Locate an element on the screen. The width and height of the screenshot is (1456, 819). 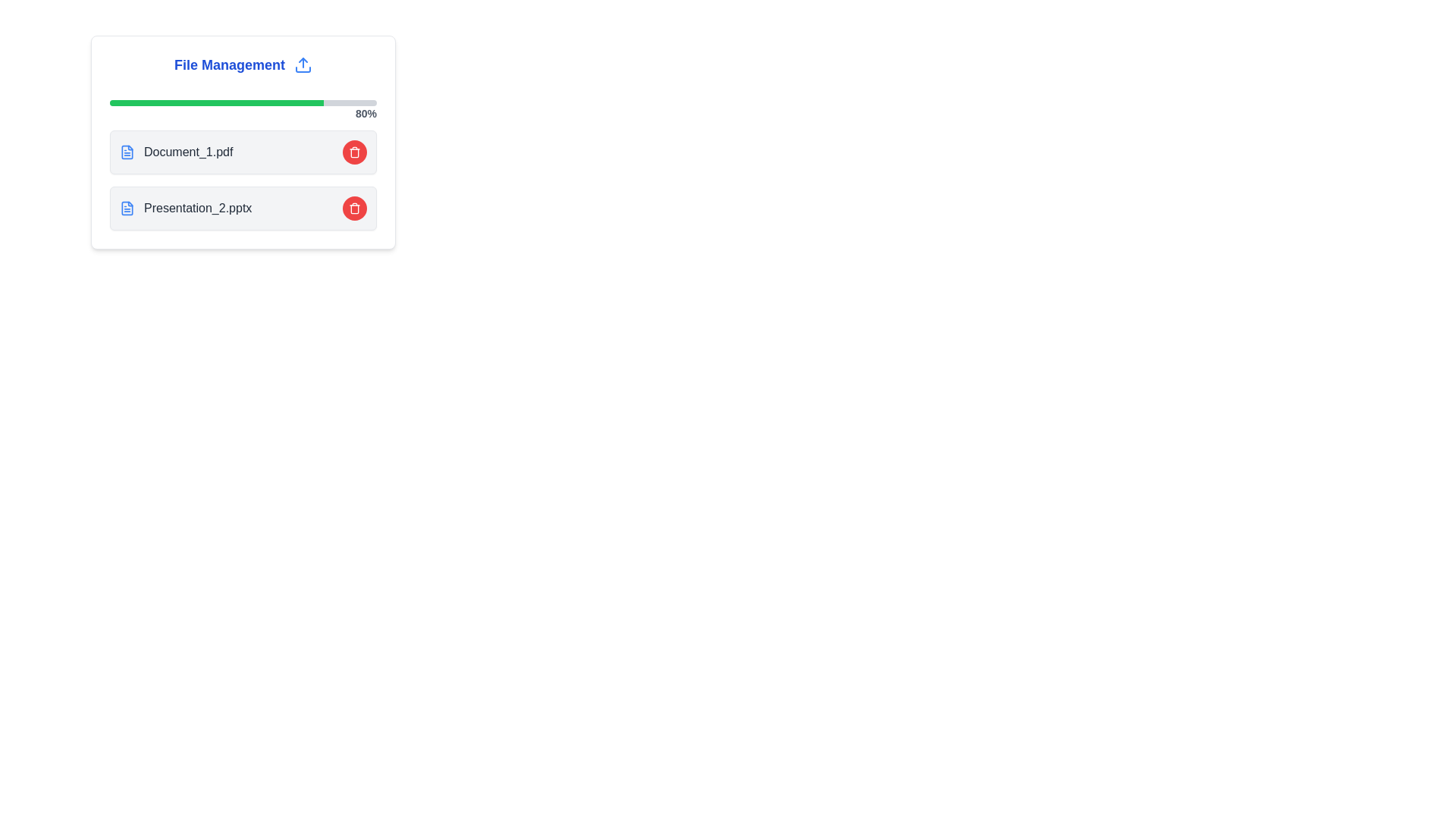
the label 'Document_1.pdf' which is the first item is located at coordinates (176, 152).